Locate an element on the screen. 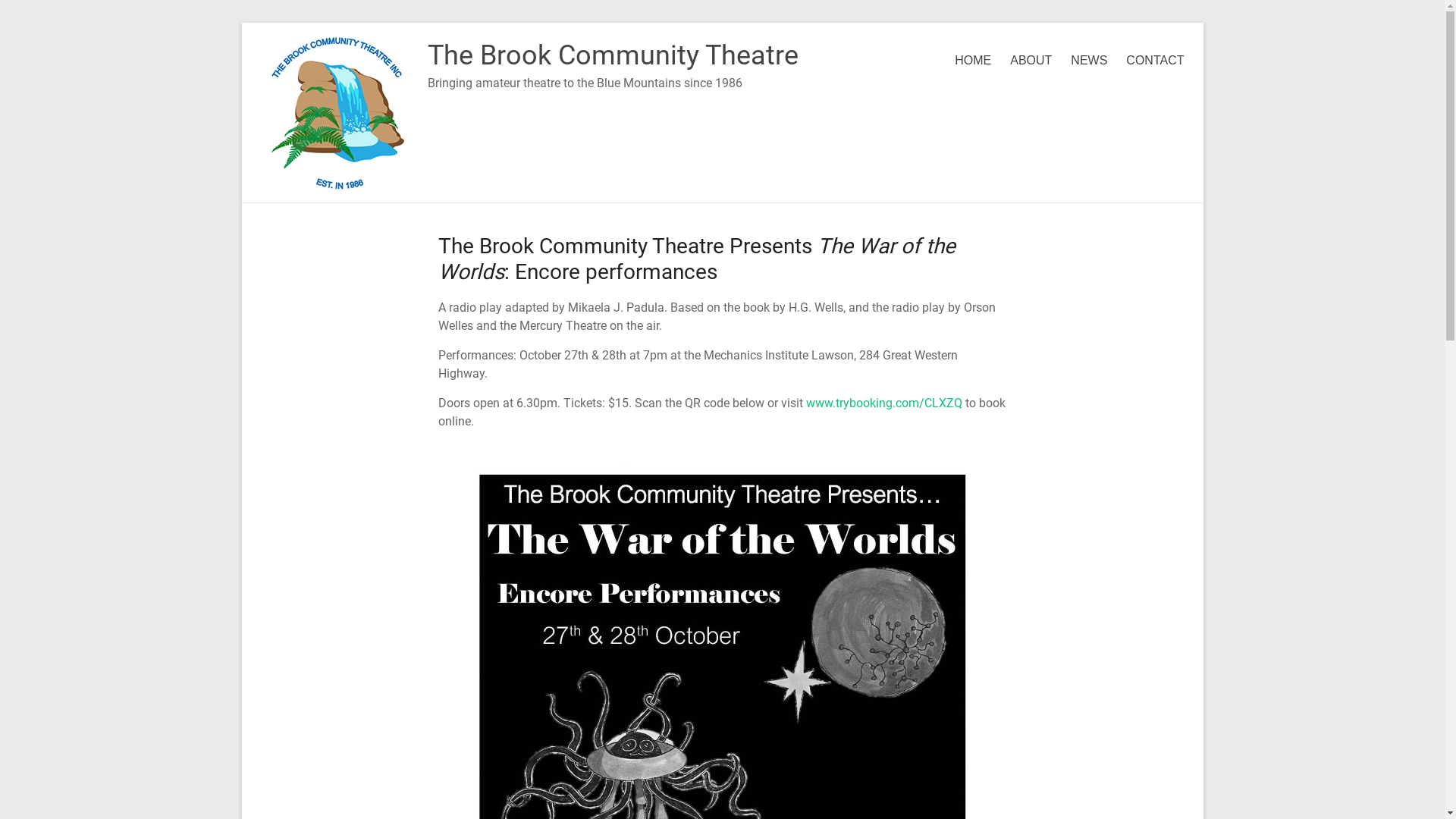 The width and height of the screenshot is (1456, 819). 'www.trybooking.com/CLXZQ' is located at coordinates (804, 402).